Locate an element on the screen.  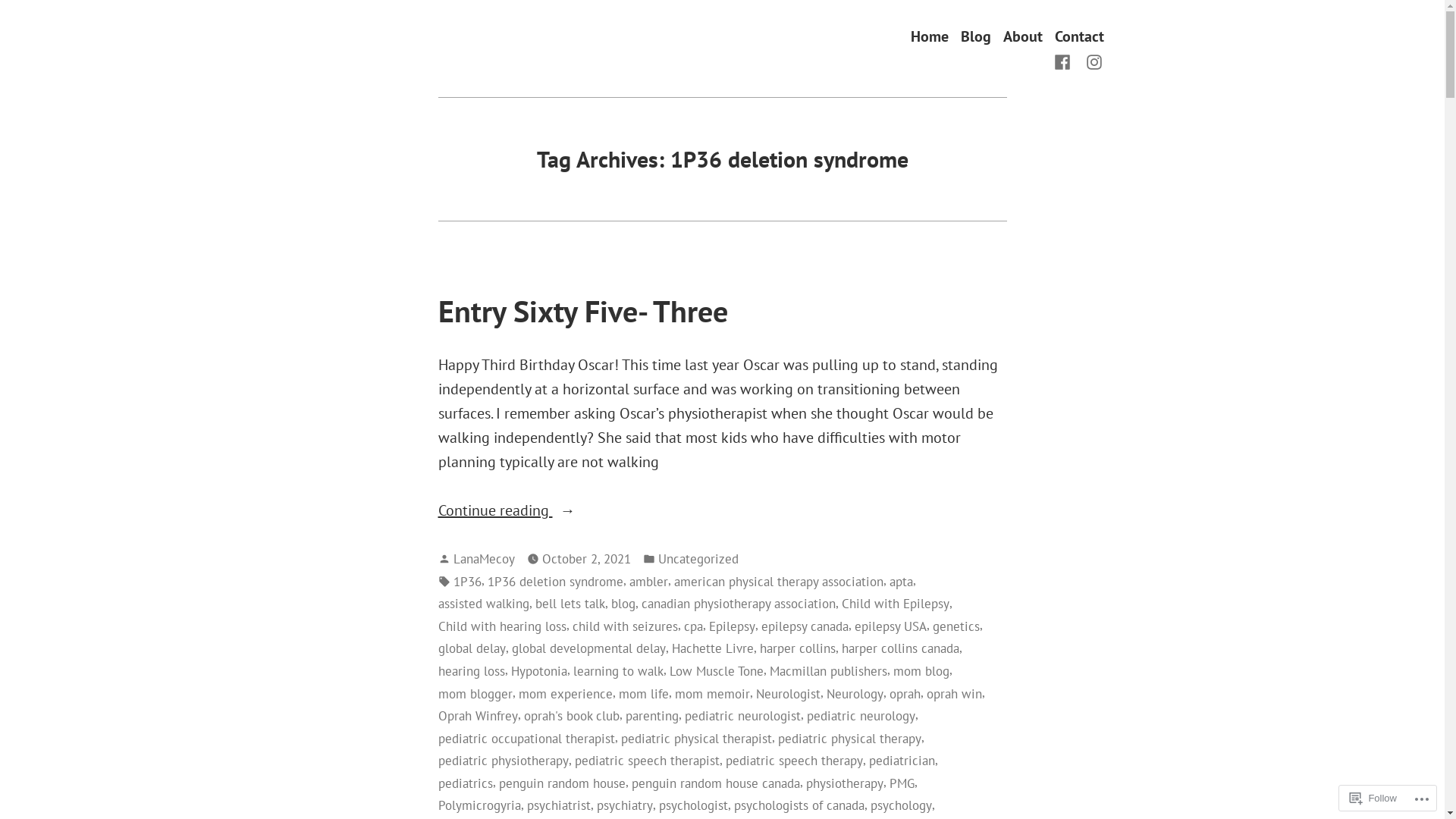
'apta' is located at coordinates (900, 581).